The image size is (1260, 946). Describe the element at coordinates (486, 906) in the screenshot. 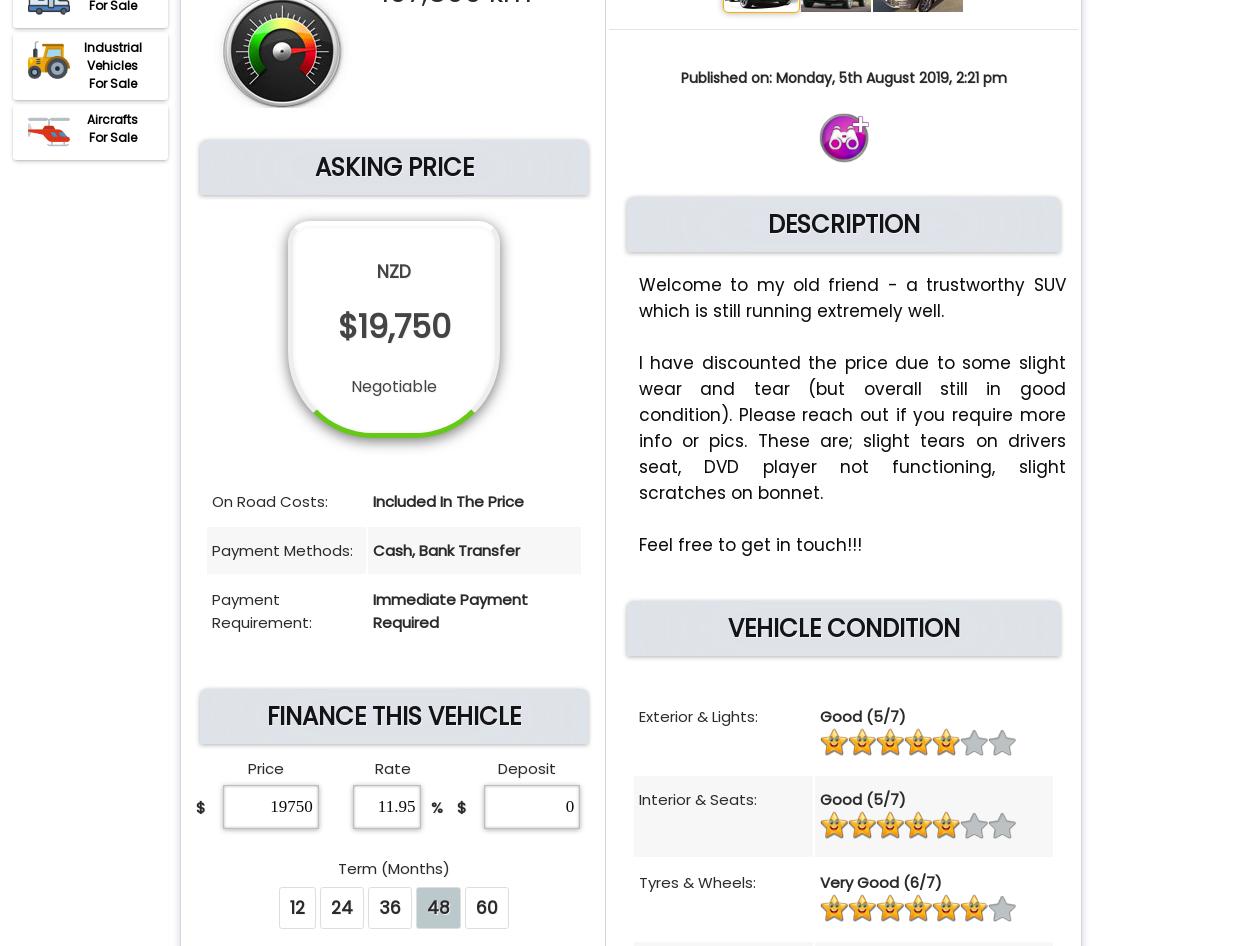

I see `'60'` at that location.